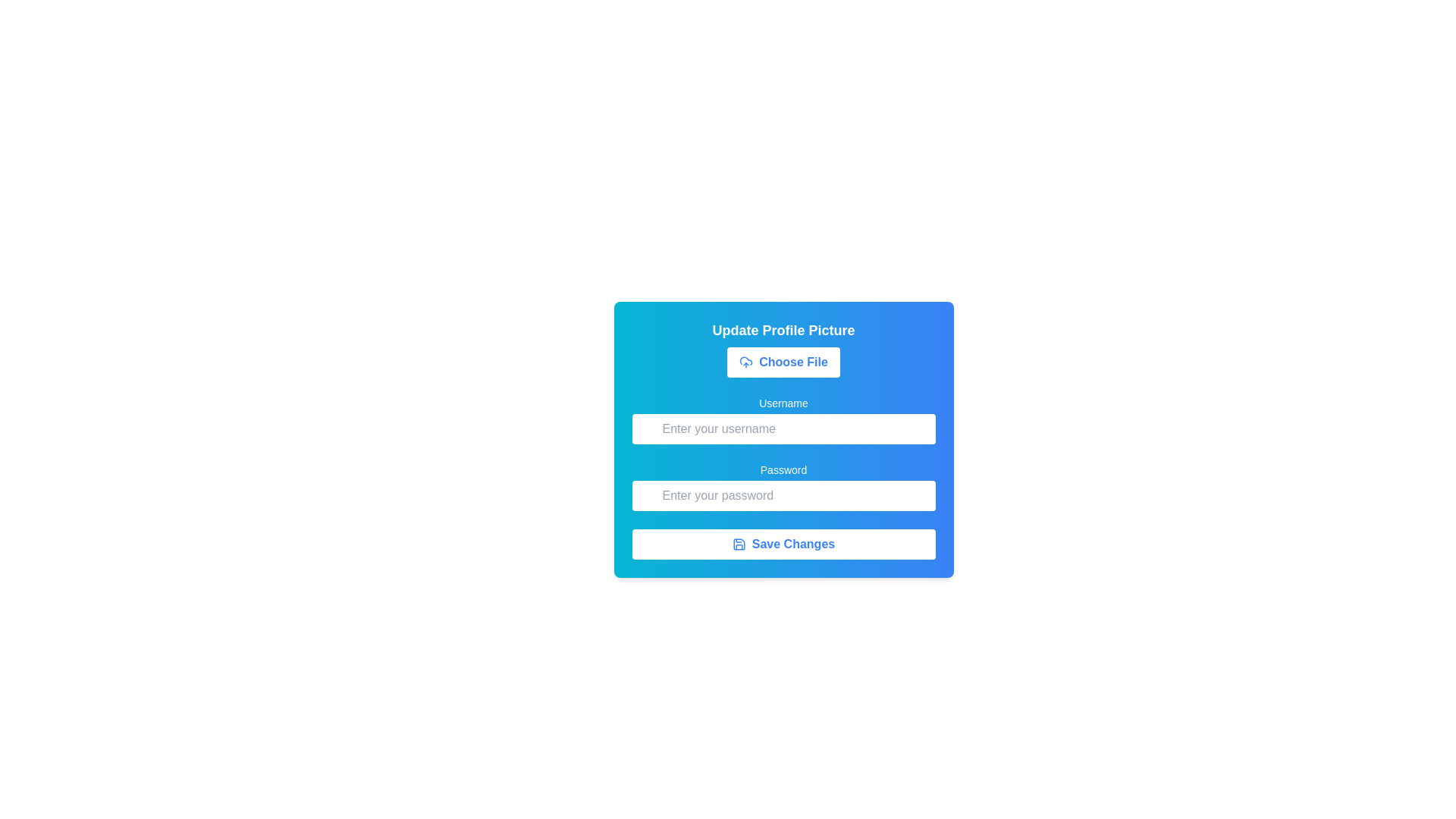  Describe the element at coordinates (783, 486) in the screenshot. I see `the Password input field located below the Username field in the form layout to focus on it` at that location.